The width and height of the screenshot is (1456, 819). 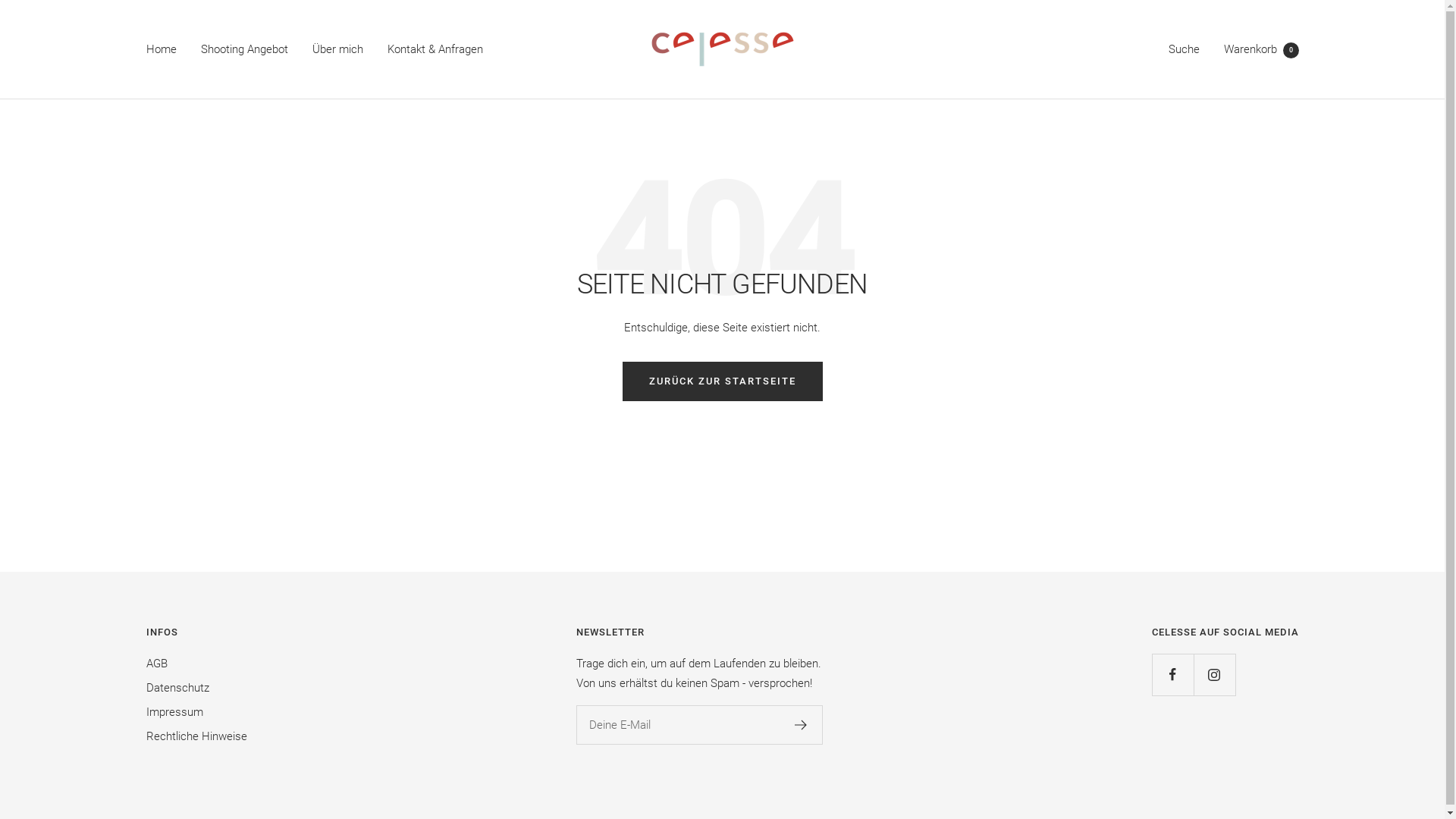 What do you see at coordinates (722, 49) in the screenshot?
I see `'Celesse'` at bounding box center [722, 49].